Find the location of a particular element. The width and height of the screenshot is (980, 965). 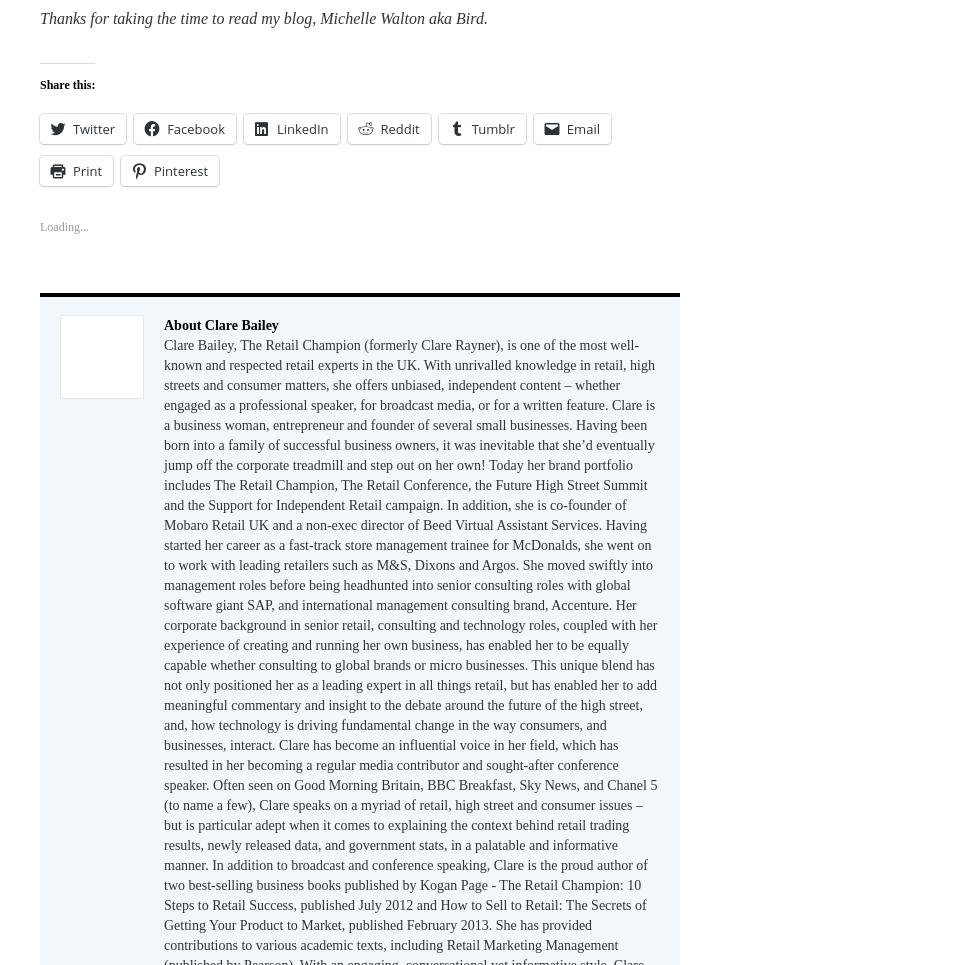

'About Clare Bailey' is located at coordinates (220, 323).